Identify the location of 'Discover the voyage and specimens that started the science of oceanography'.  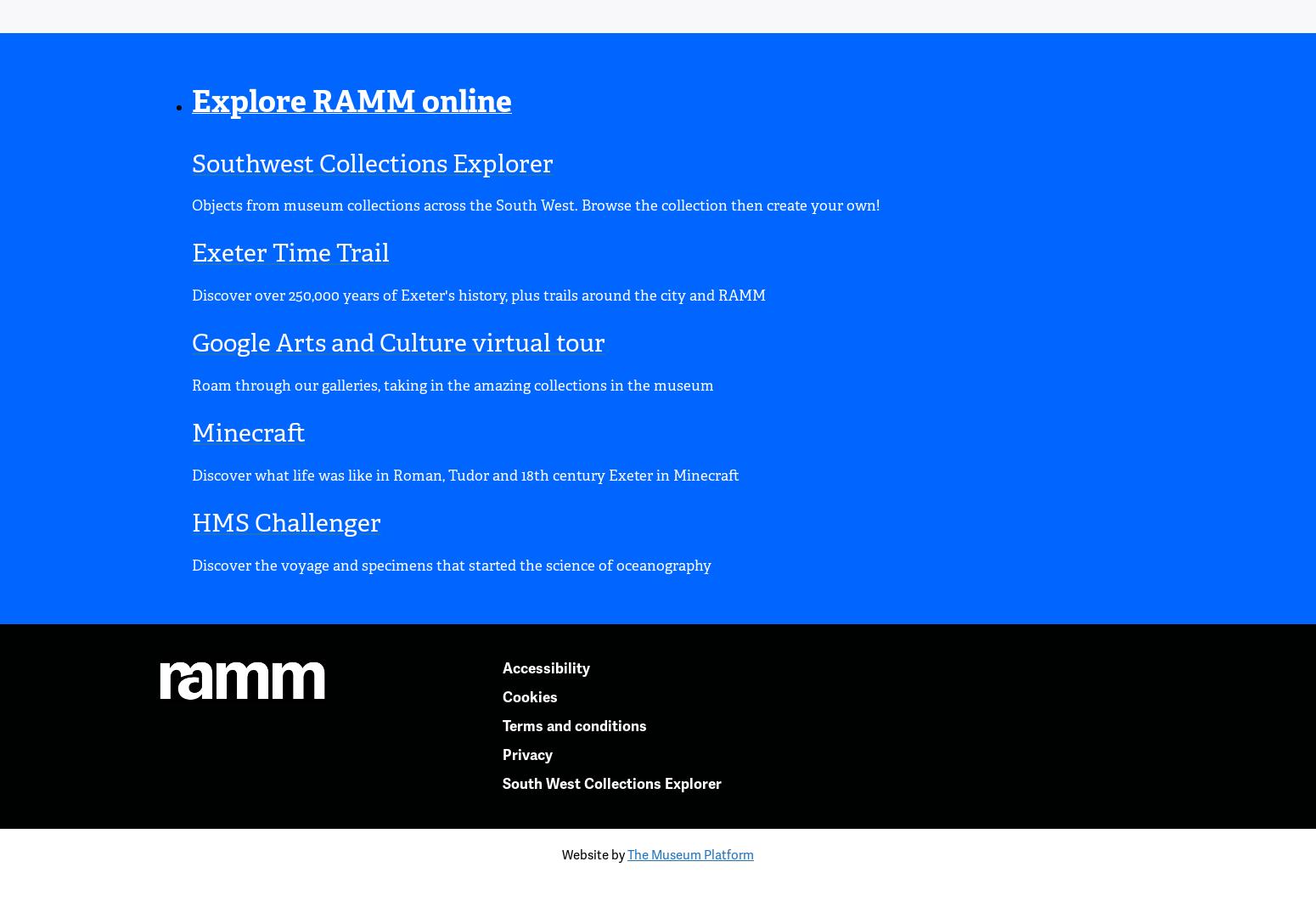
(450, 564).